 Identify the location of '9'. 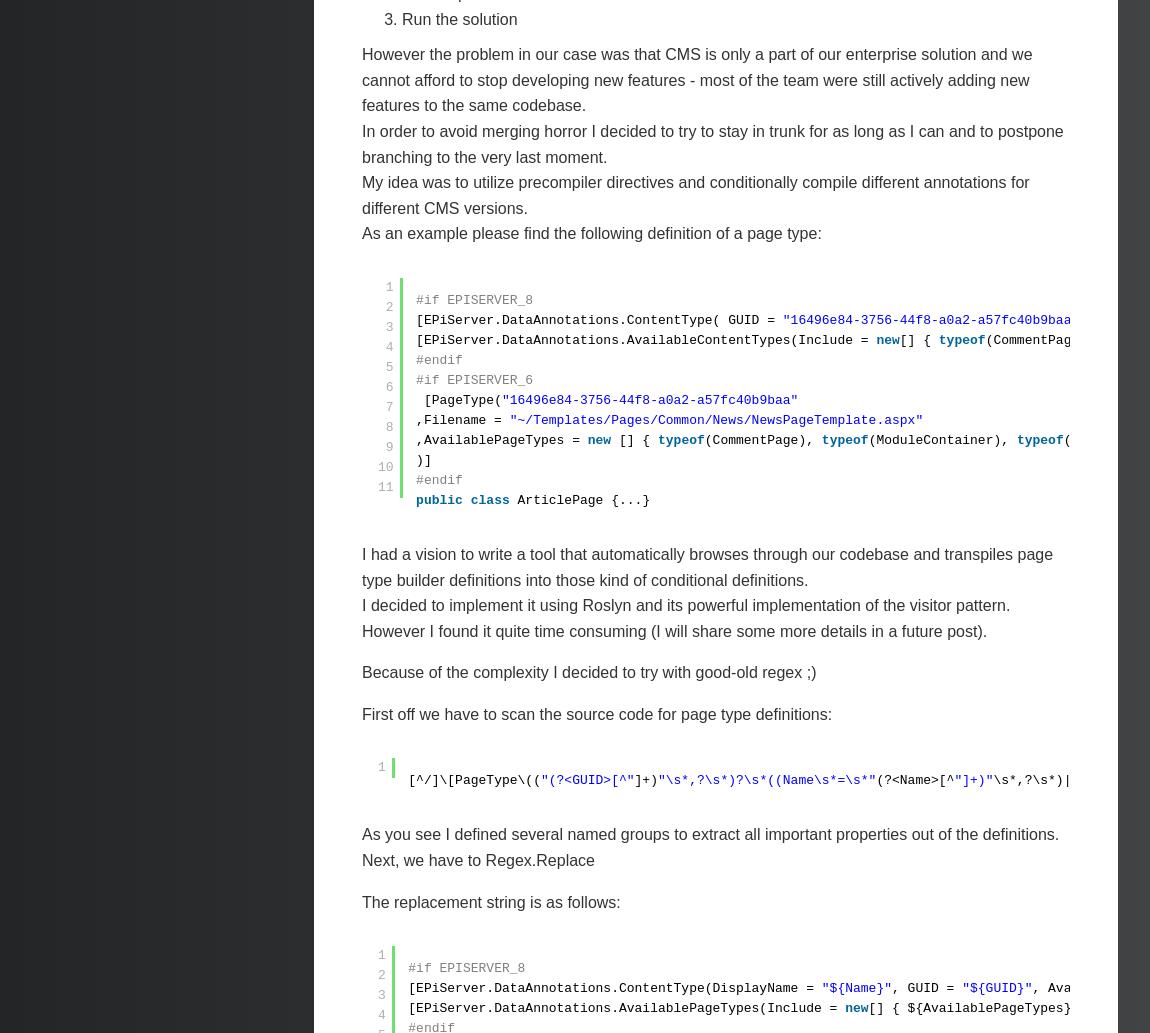
(389, 446).